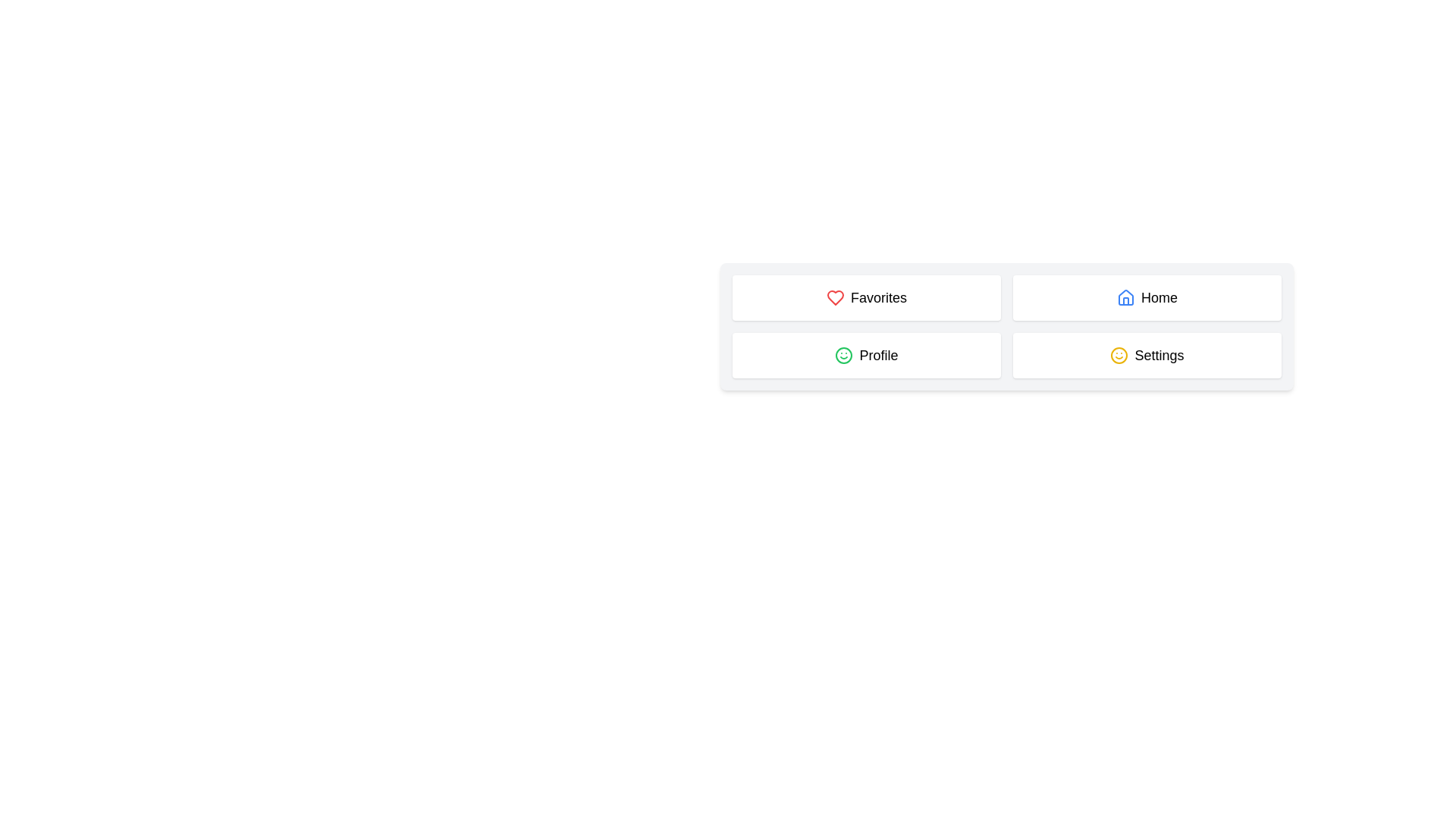 This screenshot has width=1456, height=819. I want to click on the 'smile' icon located within the 'Settings' card in the bottom-right corner of the grid layout, so click(1119, 356).